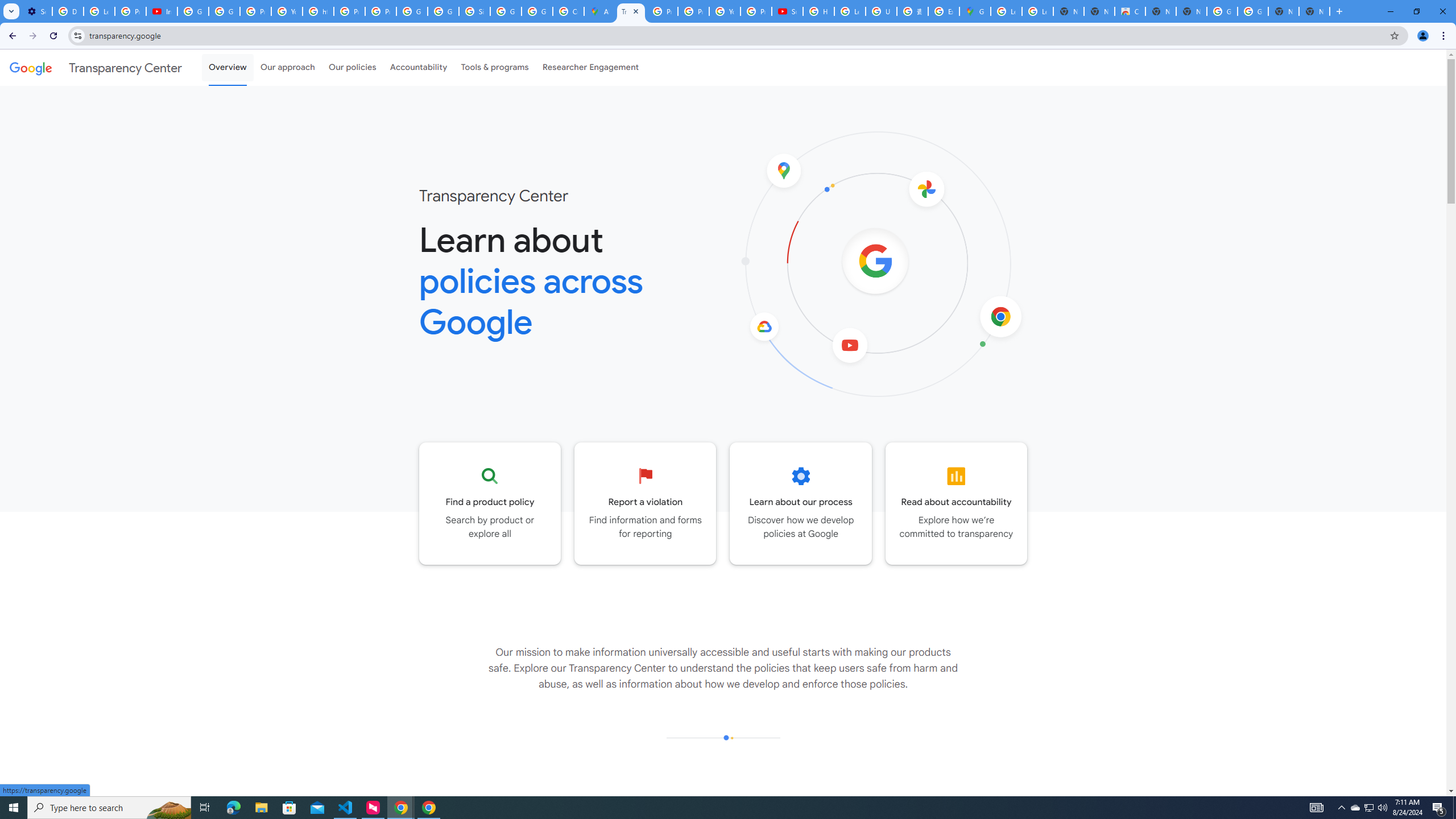  Describe the element at coordinates (287, 67) in the screenshot. I see `'Our approach'` at that location.